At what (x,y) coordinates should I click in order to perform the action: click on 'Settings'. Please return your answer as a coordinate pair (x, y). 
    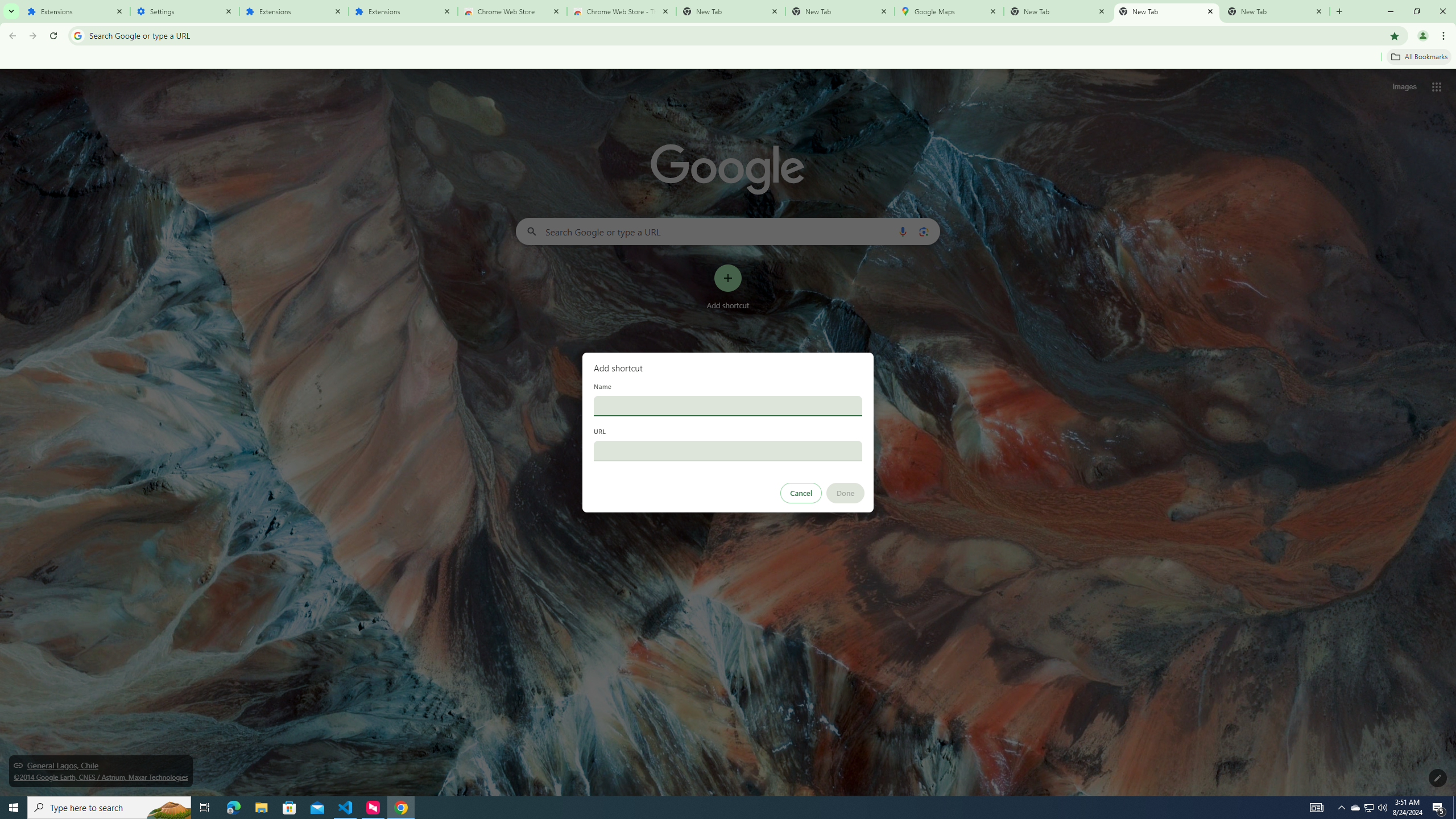
    Looking at the image, I should click on (185, 11).